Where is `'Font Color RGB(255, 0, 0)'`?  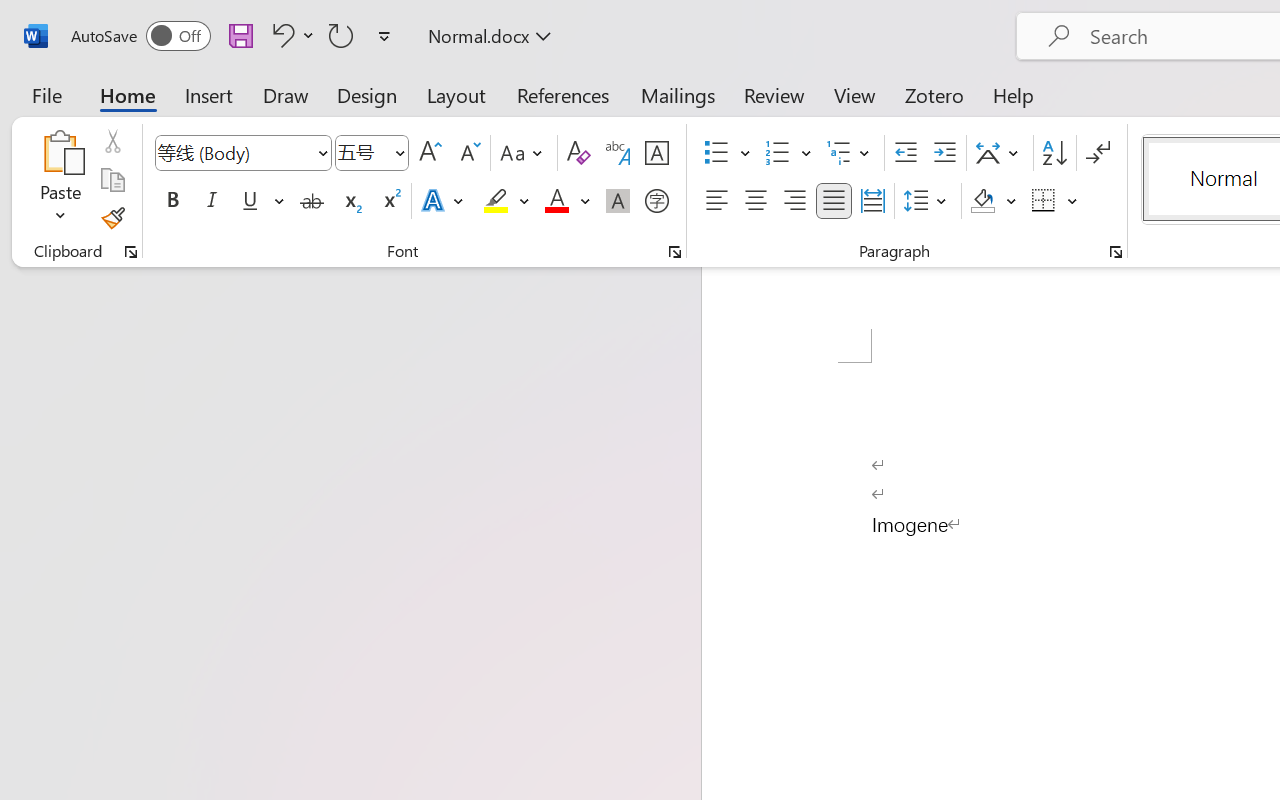 'Font Color RGB(255, 0, 0)' is located at coordinates (556, 201).